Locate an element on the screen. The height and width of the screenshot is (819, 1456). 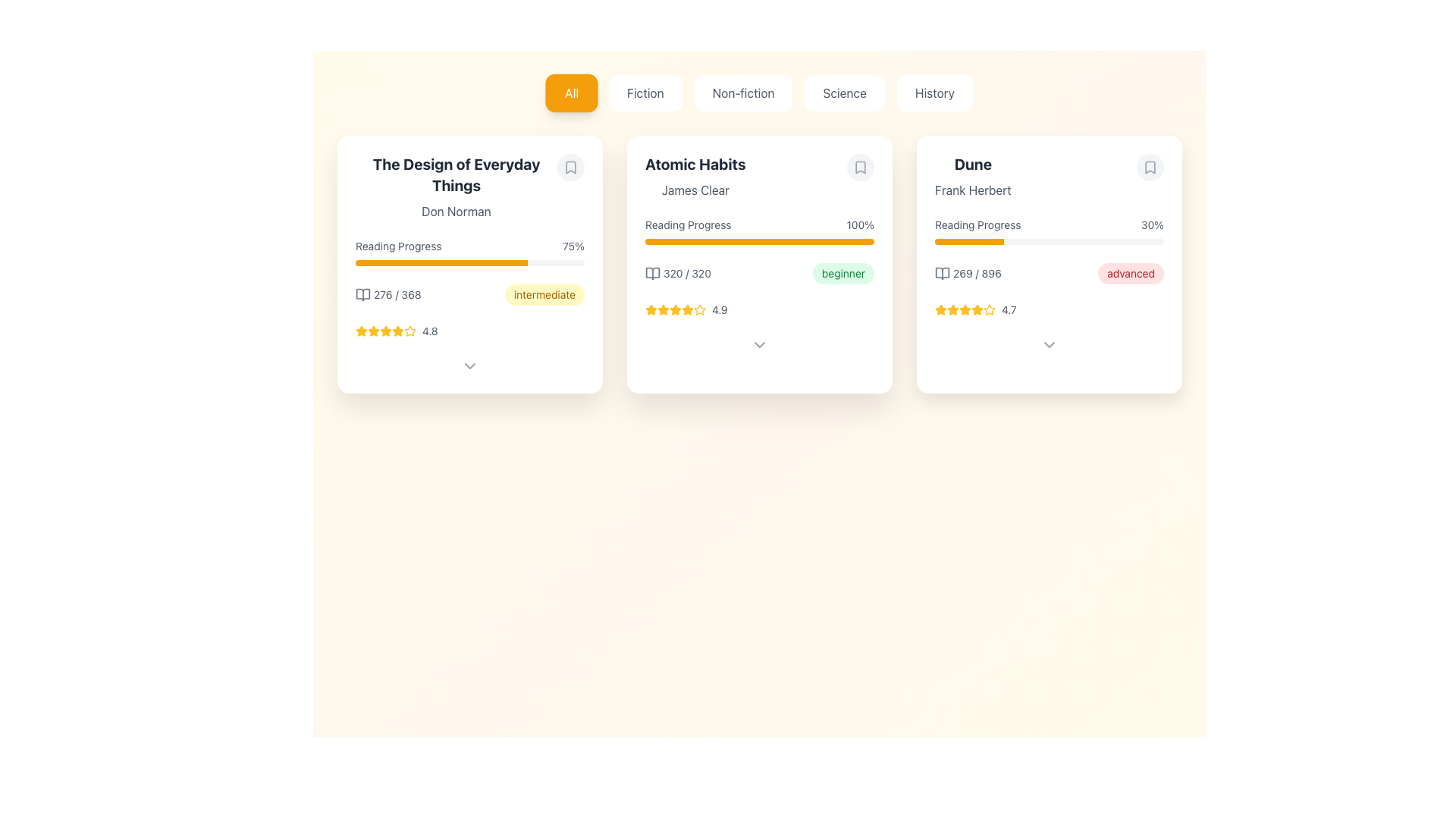
the style and fill of the fifth star-shaped icon in golden-yellow color located below the 'Dune' book card is located at coordinates (977, 309).